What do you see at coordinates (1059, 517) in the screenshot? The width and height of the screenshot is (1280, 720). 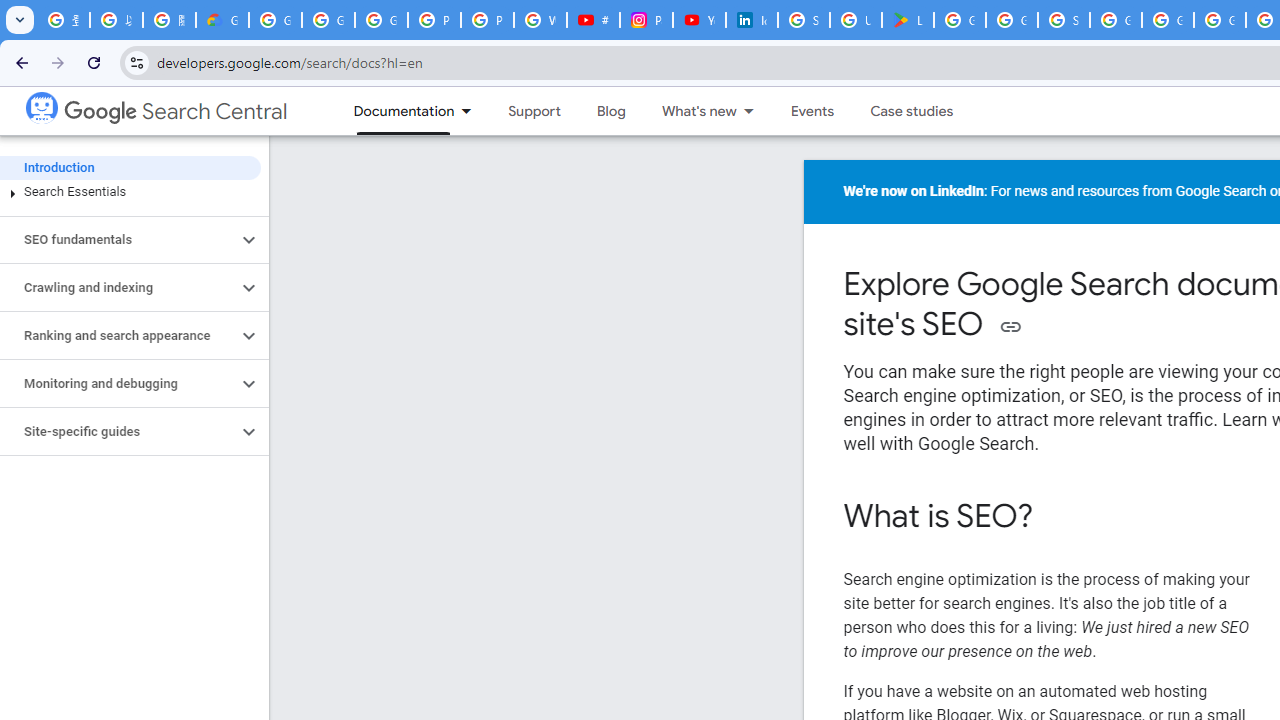 I see `'Copy link to this section: What is SEO? '` at bounding box center [1059, 517].